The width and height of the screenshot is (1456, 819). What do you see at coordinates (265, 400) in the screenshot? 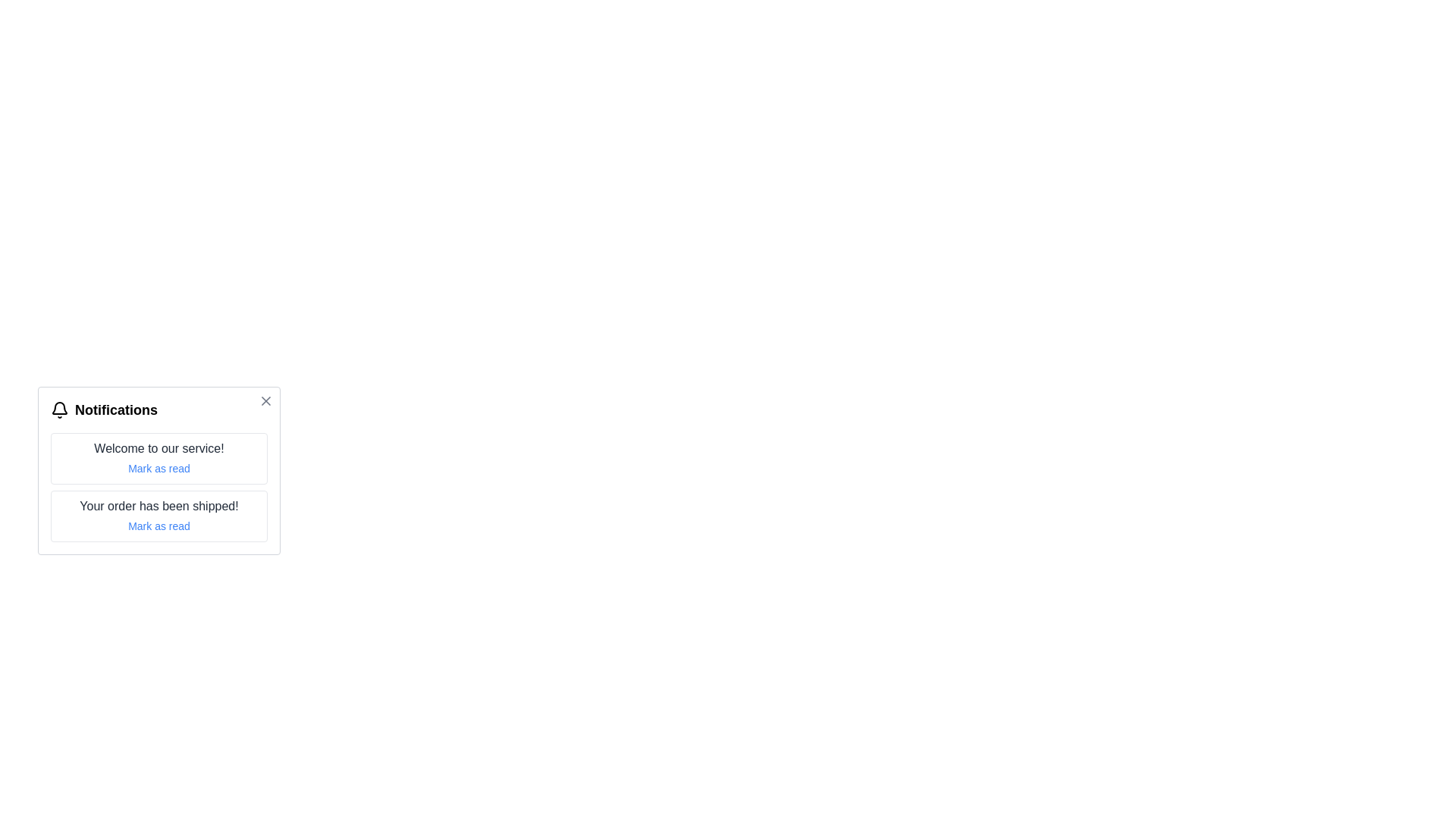
I see `the Close Icon (SVG) represented as a diagonal cross ('X') located in the top-right corner of the notification dialog` at bounding box center [265, 400].